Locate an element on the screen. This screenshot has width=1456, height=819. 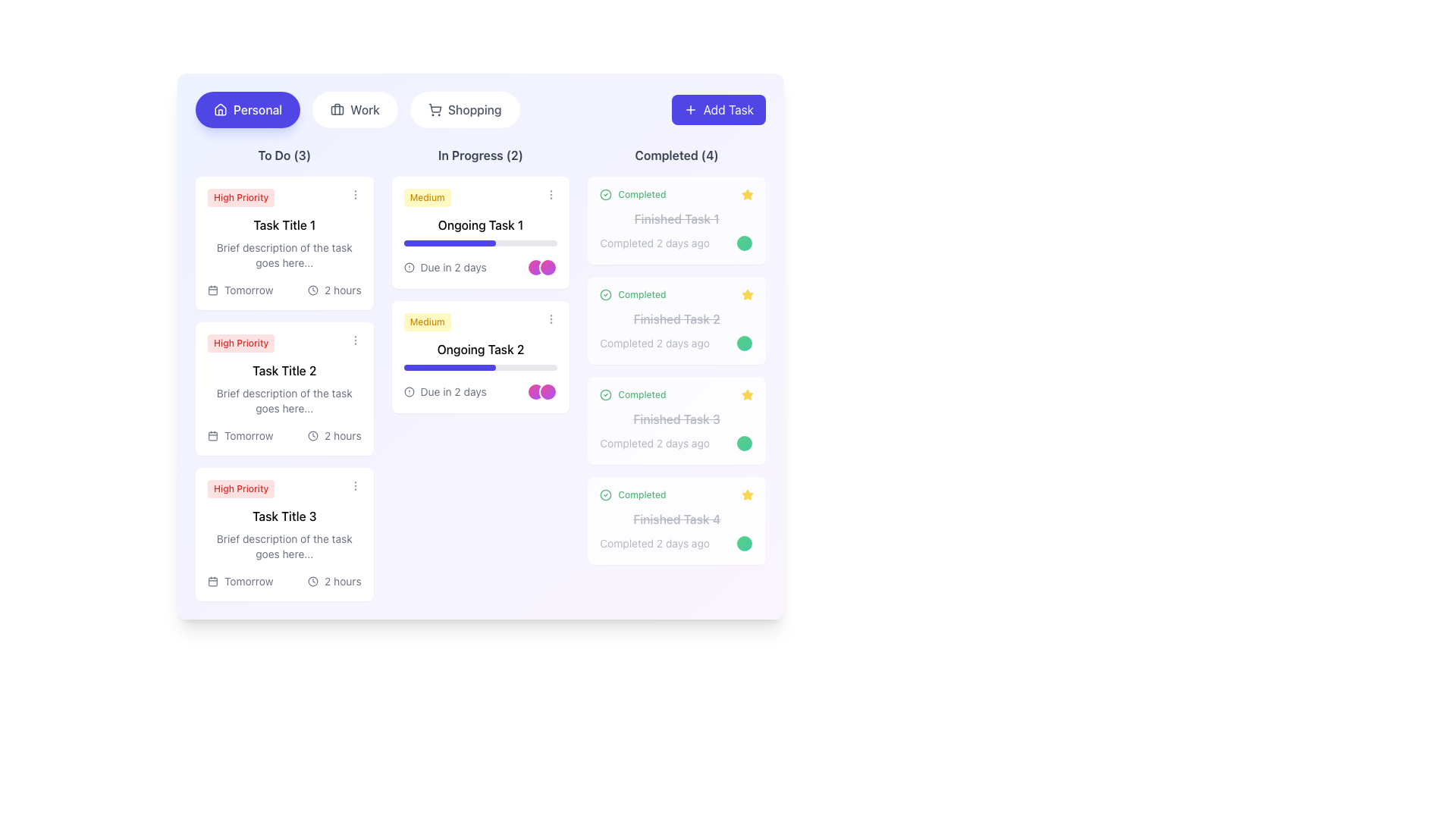
text content of the label displaying 'Completed 2 days ago' located in the 'Completed' section under the task title 'Finished Task 1' is located at coordinates (654, 242).